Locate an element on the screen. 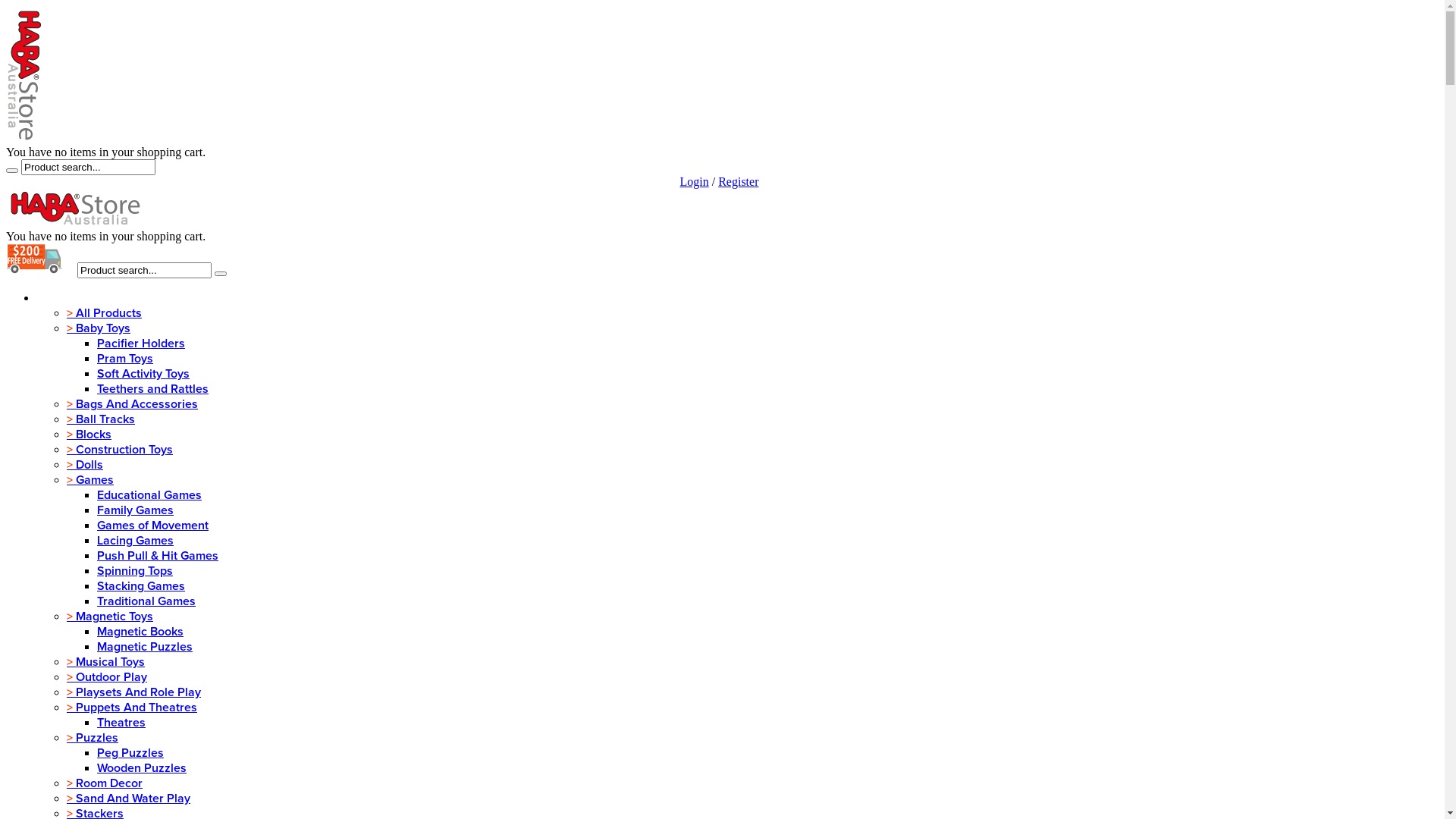 This screenshot has width=1456, height=819. '> Playsets And Role Play' is located at coordinates (133, 692).